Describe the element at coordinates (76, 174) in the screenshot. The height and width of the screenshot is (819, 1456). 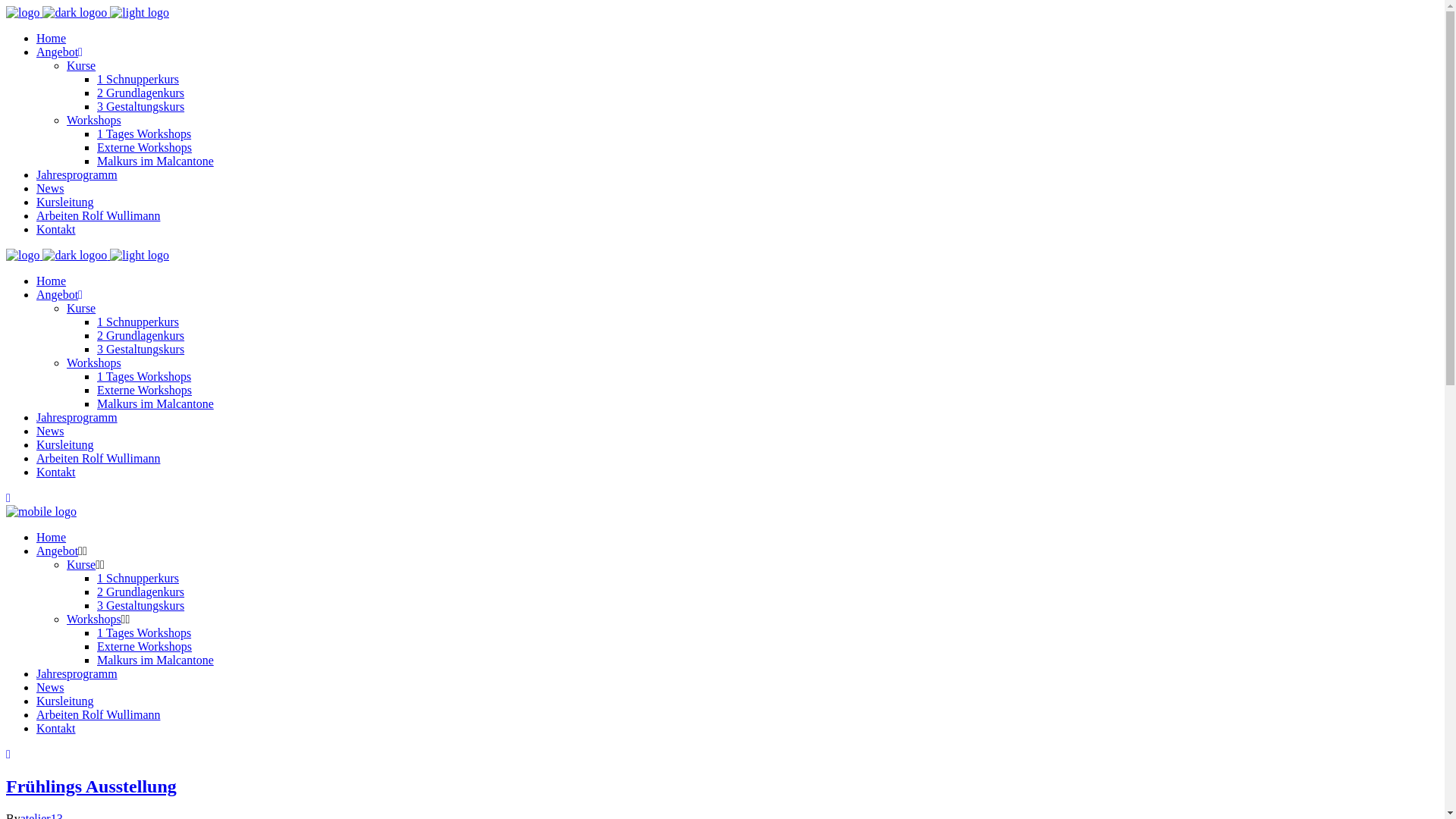
I see `'Jahresprogramm'` at that location.